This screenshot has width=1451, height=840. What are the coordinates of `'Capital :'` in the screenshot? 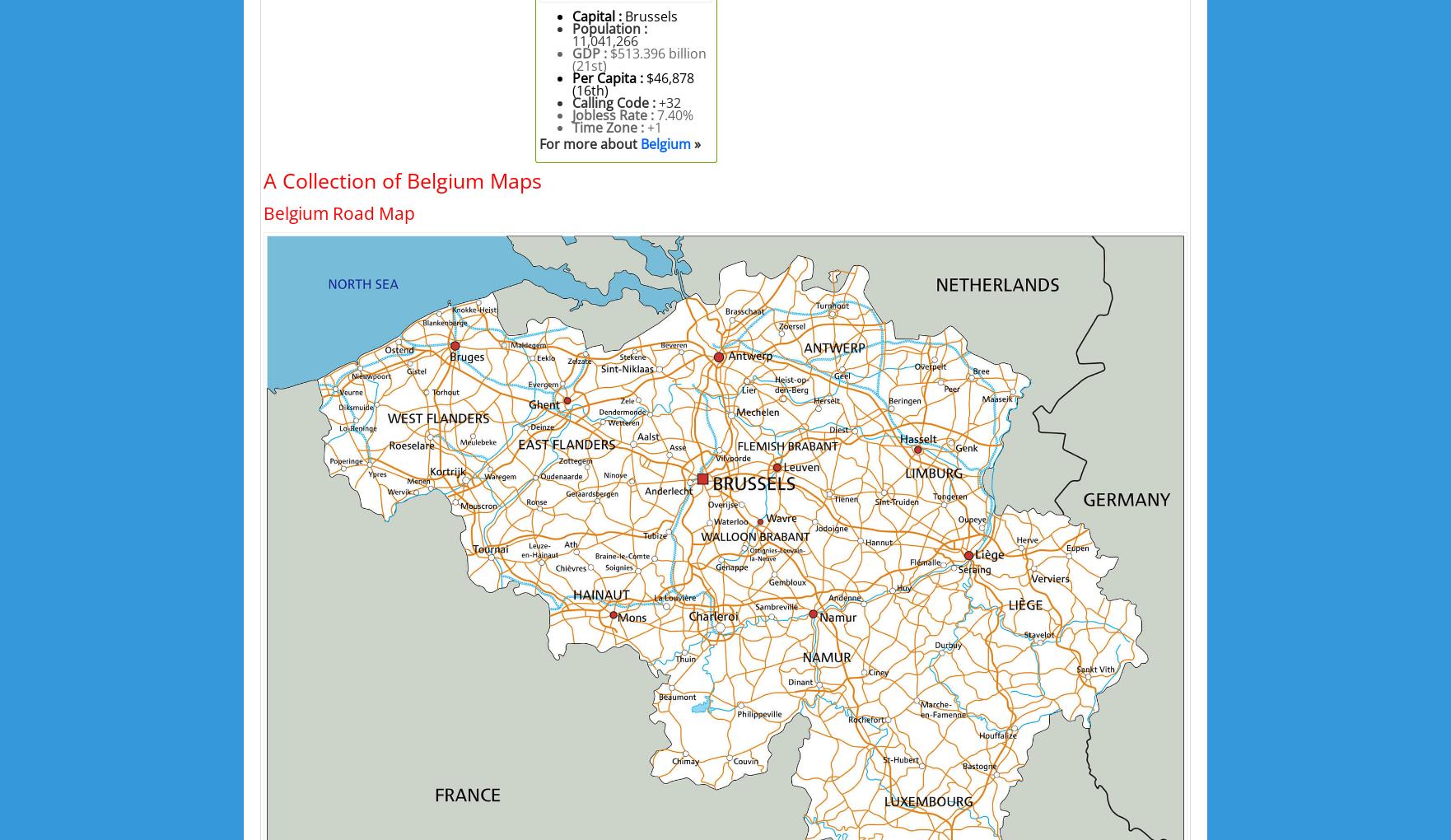 It's located at (598, 14).